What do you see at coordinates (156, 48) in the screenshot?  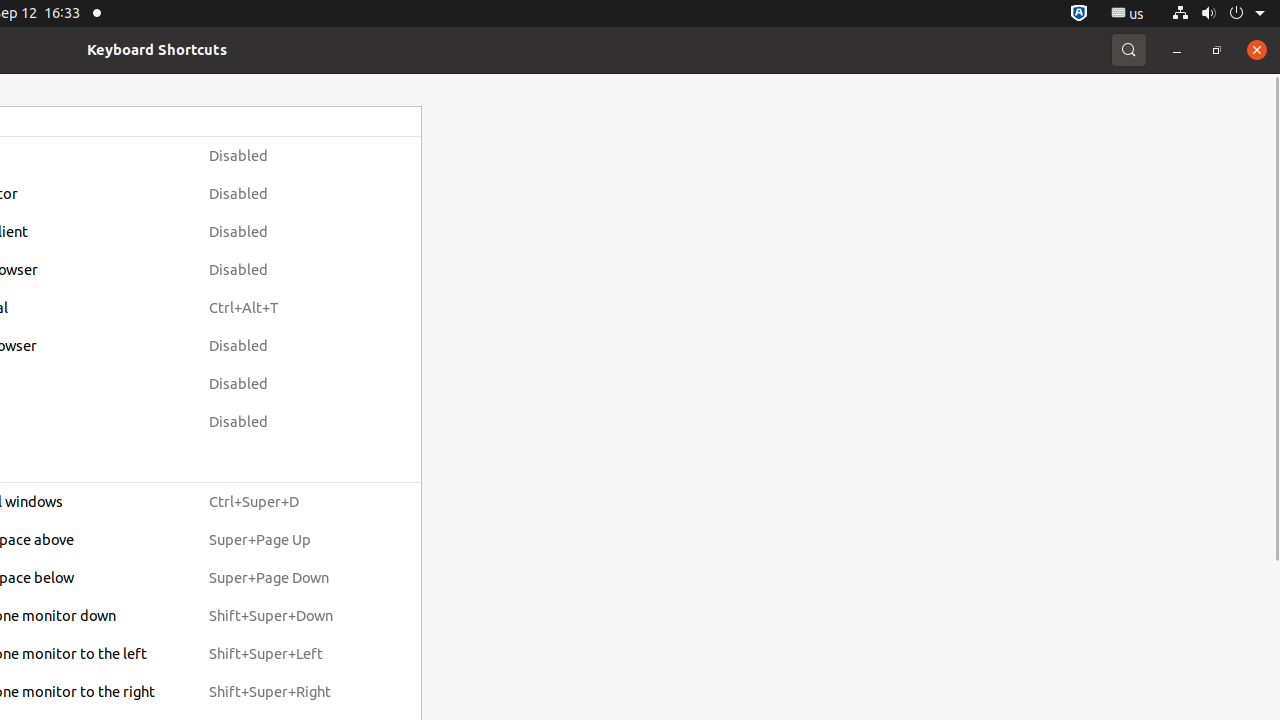 I see `'Keyboard Shortcuts'` at bounding box center [156, 48].